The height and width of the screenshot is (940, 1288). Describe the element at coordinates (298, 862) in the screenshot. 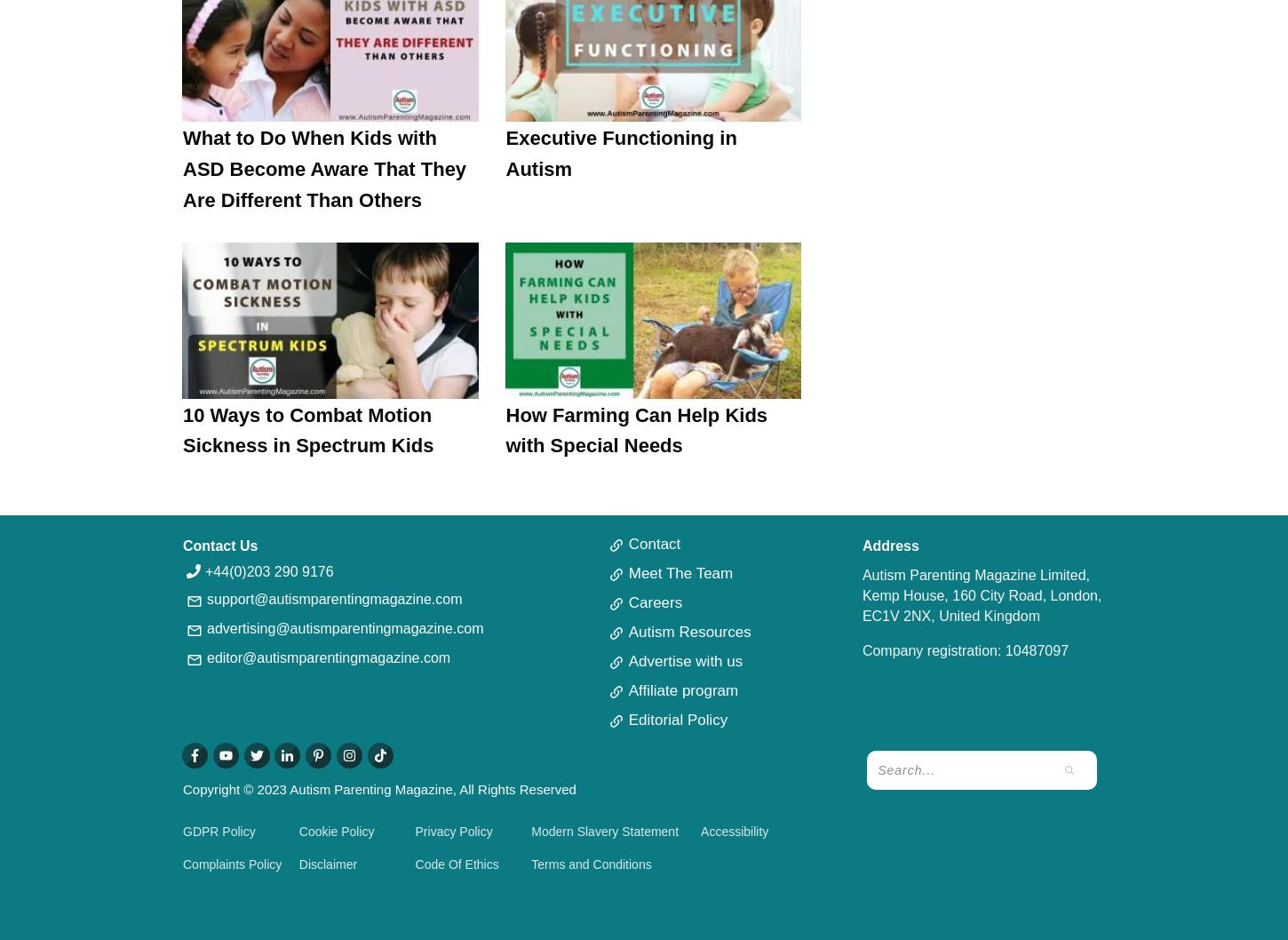

I see `'Disclaimer'` at that location.